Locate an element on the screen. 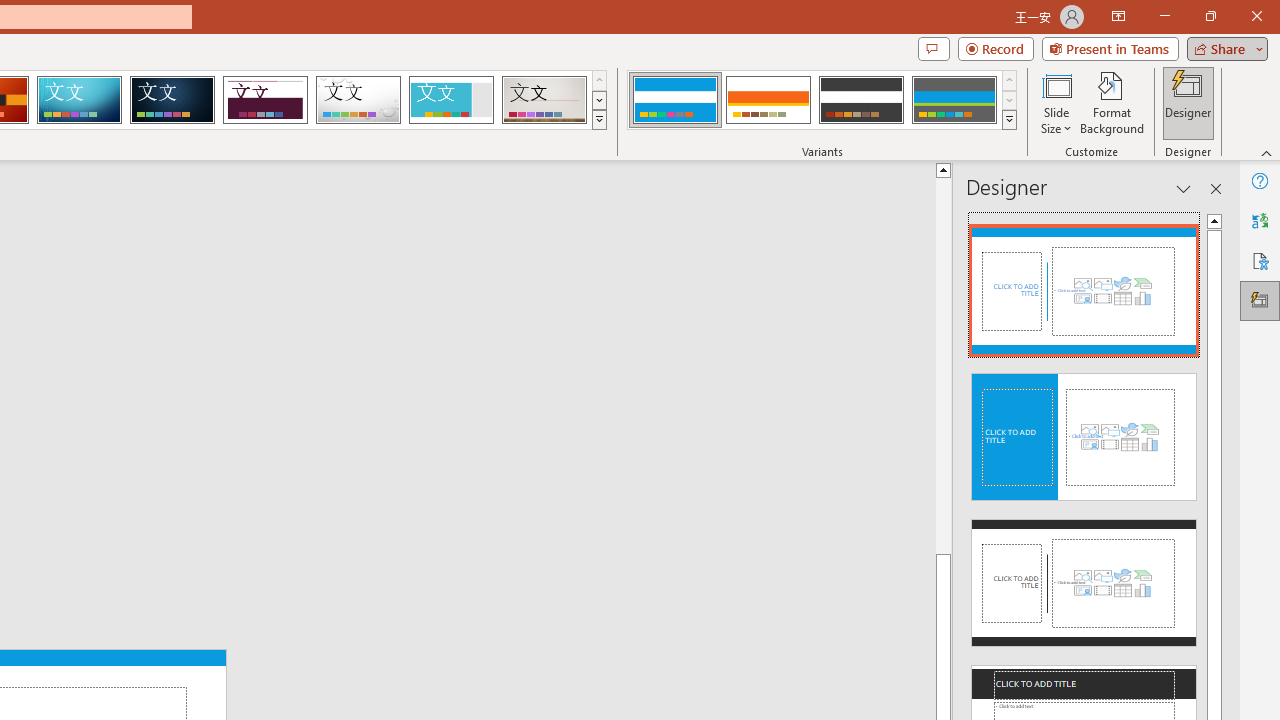 Image resolution: width=1280 pixels, height=720 pixels. 'Circuit' is located at coordinates (79, 100).